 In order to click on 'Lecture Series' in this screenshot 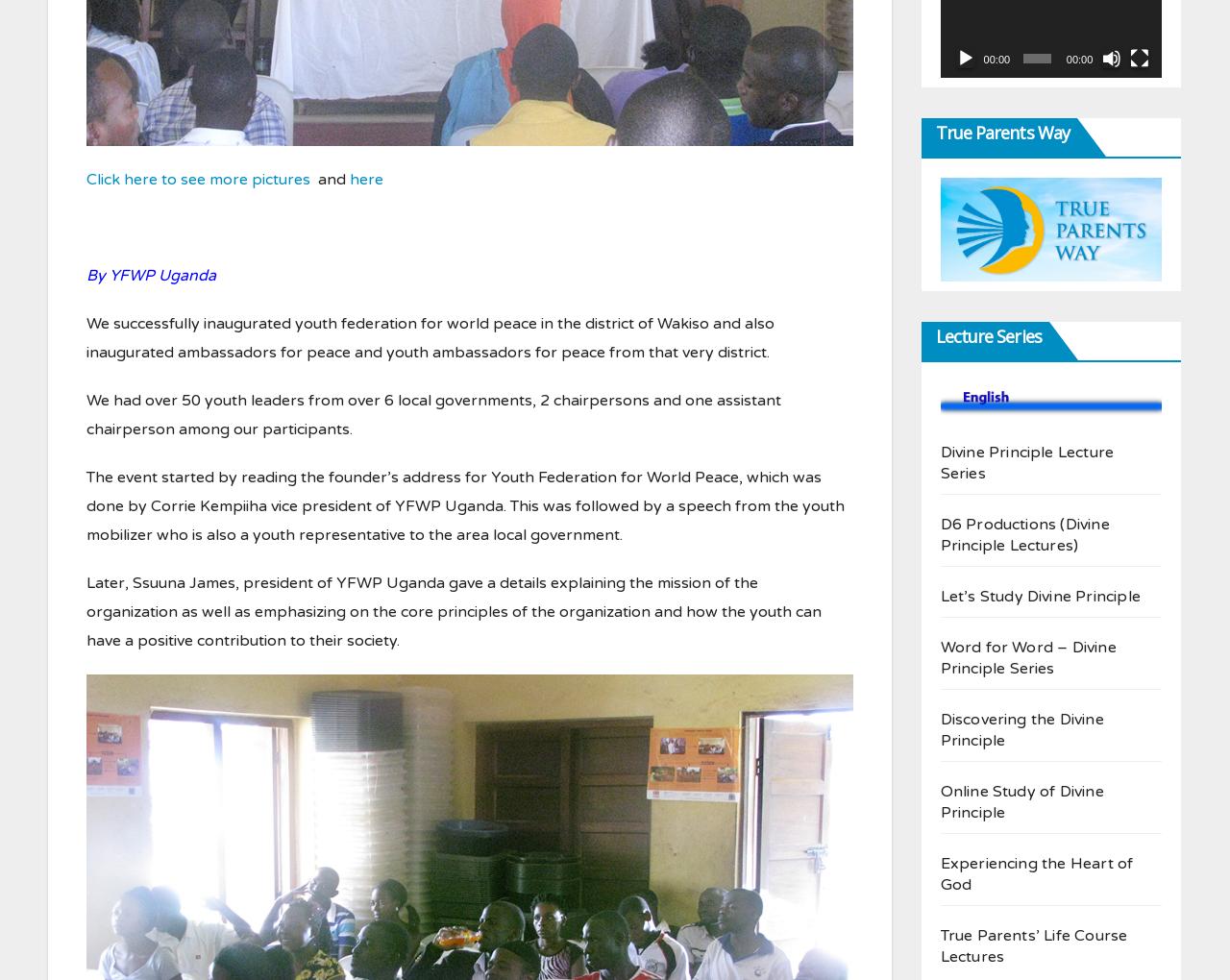, I will do `click(987, 334)`.